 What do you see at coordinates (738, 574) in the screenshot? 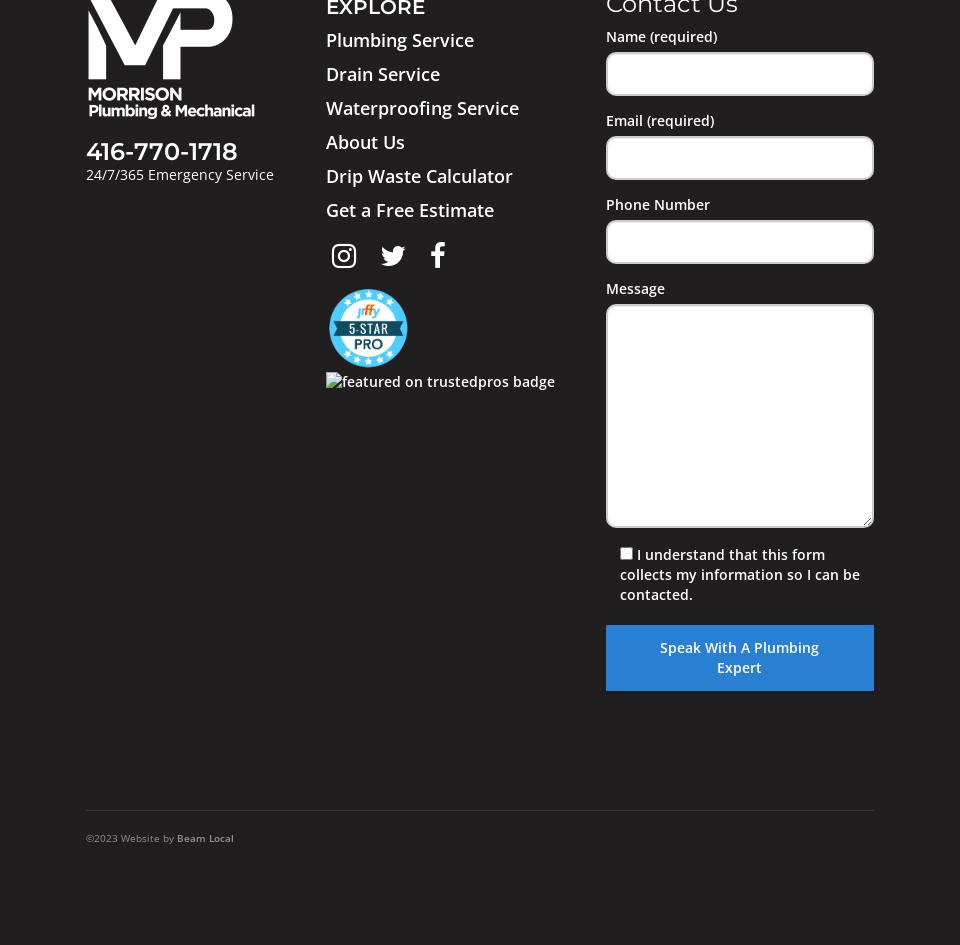
I see `'I understand that this form collects my information so I can be contacted.'` at bounding box center [738, 574].